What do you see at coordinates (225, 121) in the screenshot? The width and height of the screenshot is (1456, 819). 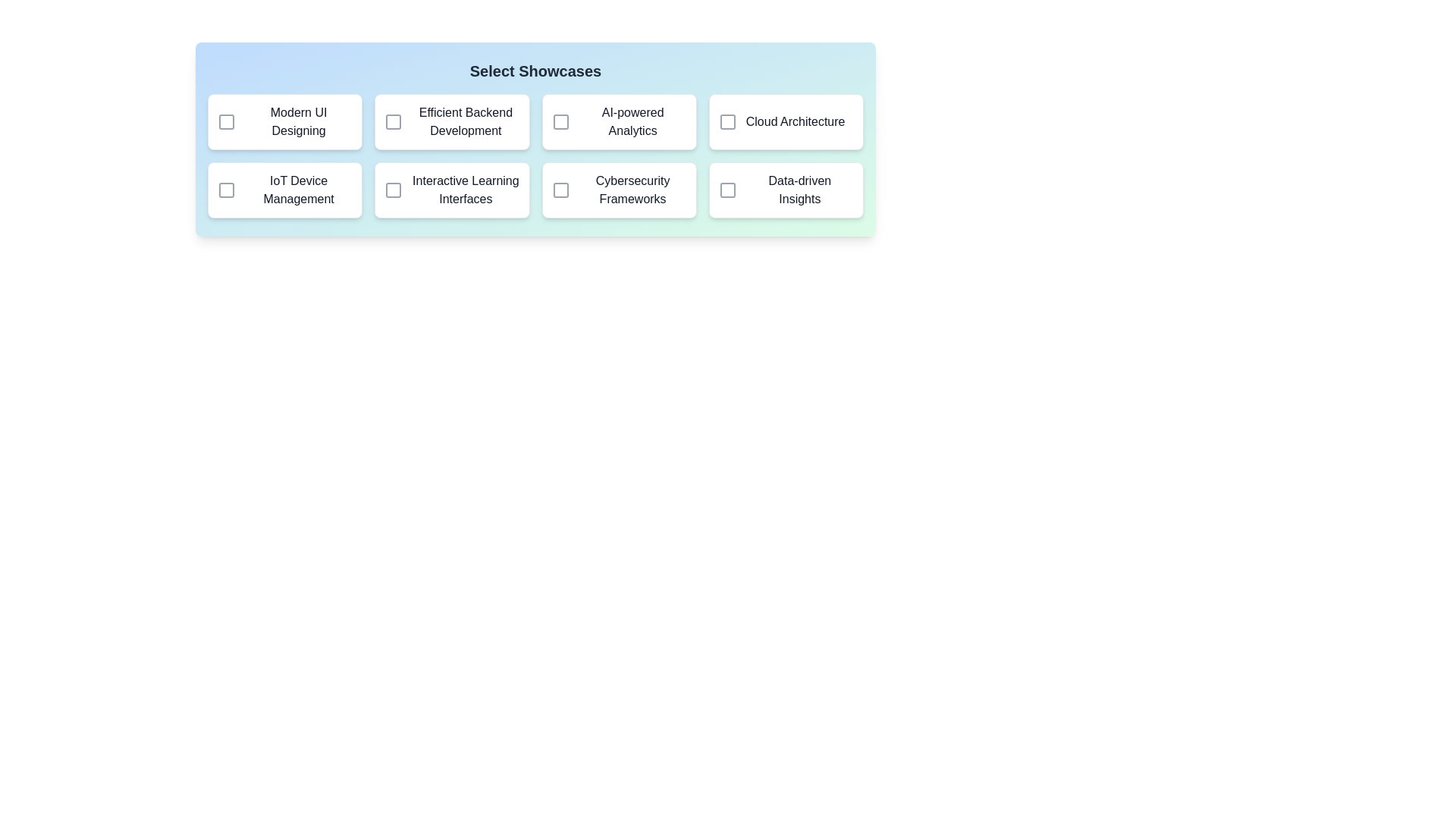 I see `the showcase corresponding to Modern UI Designing` at bounding box center [225, 121].